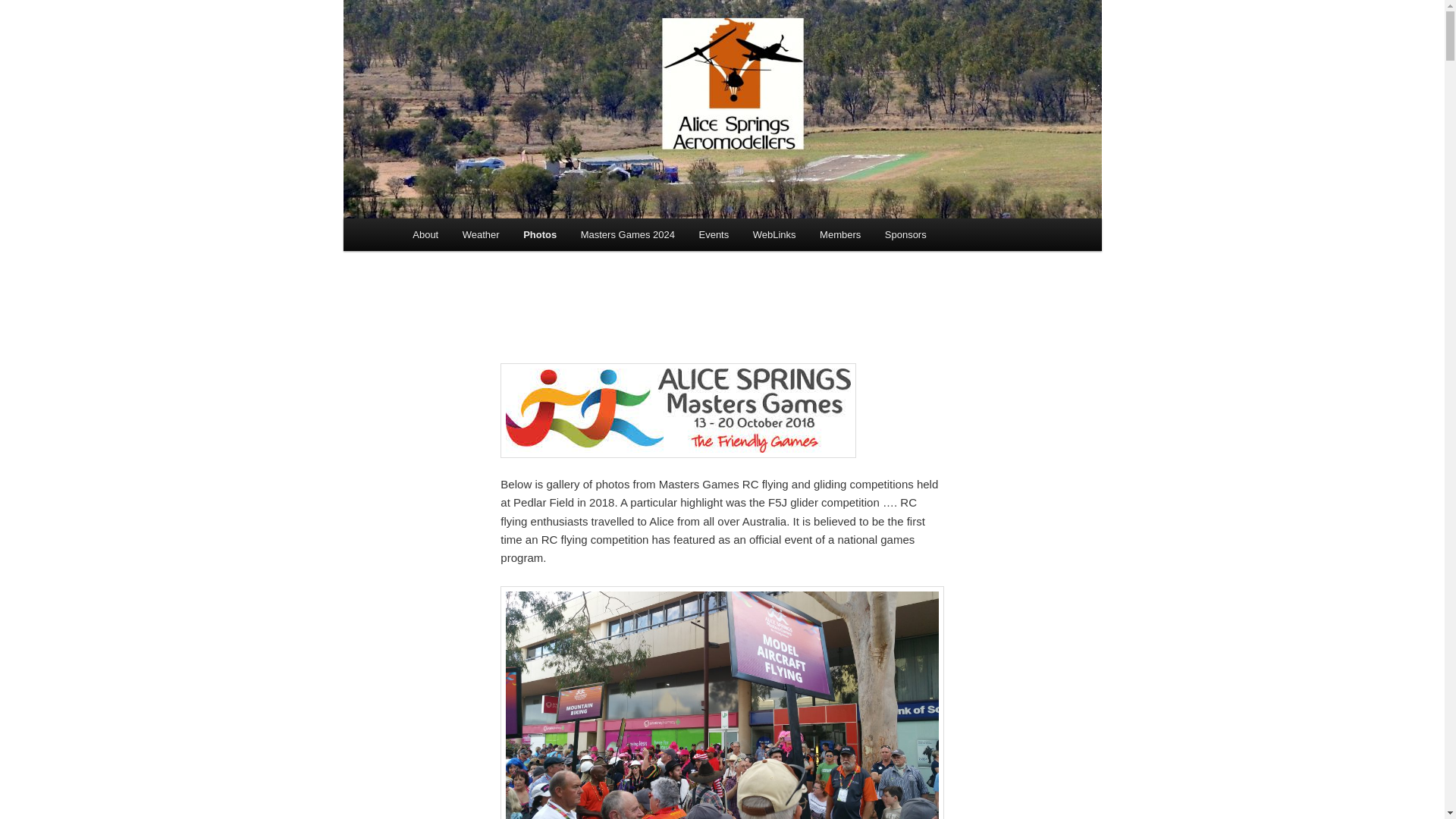  Describe the element at coordinates (628, 234) in the screenshot. I see `'Masters Games 2024'` at that location.